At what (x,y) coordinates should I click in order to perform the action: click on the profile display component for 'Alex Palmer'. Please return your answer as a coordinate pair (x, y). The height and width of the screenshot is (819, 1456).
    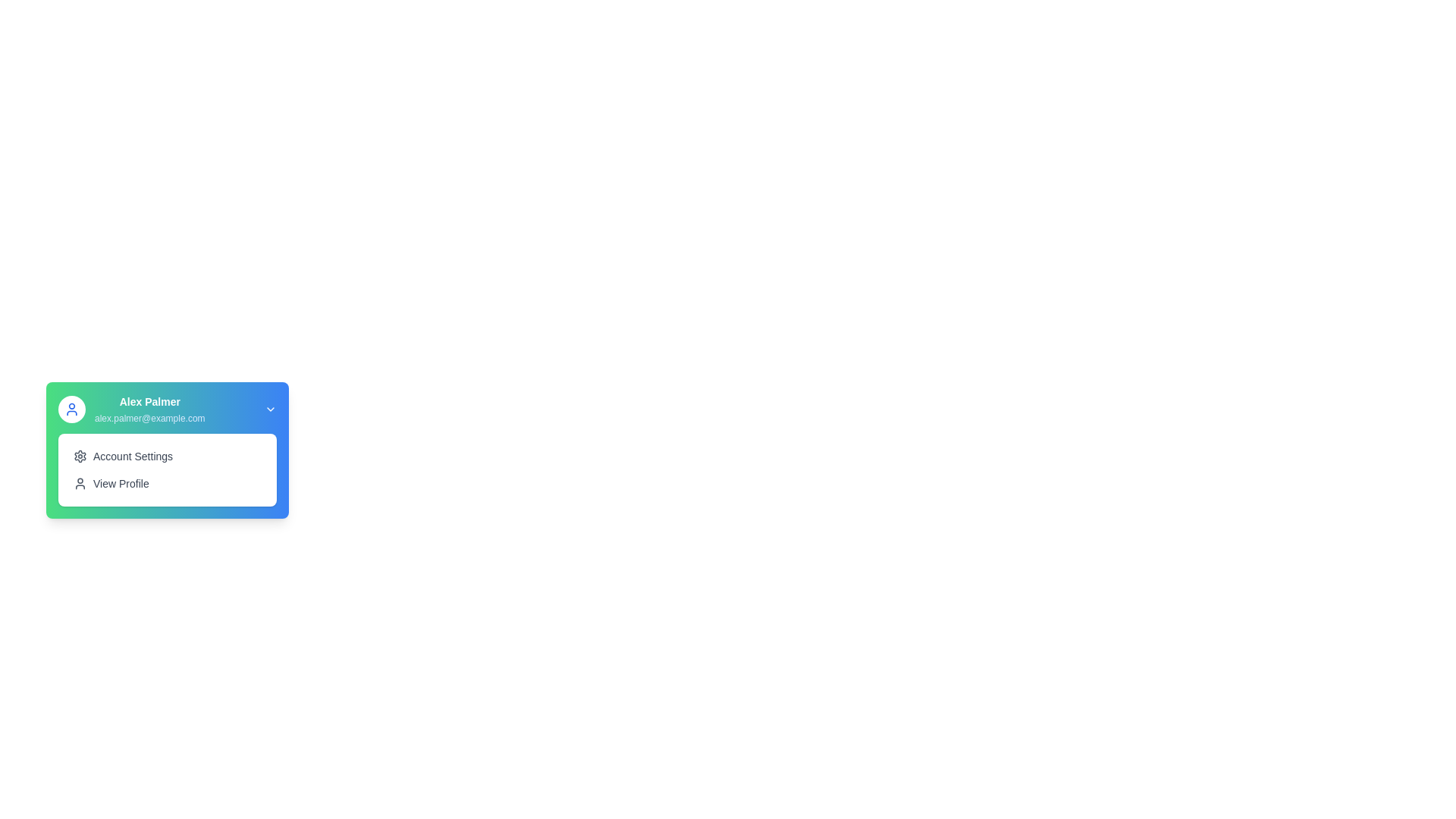
    Looking at the image, I should click on (131, 409).